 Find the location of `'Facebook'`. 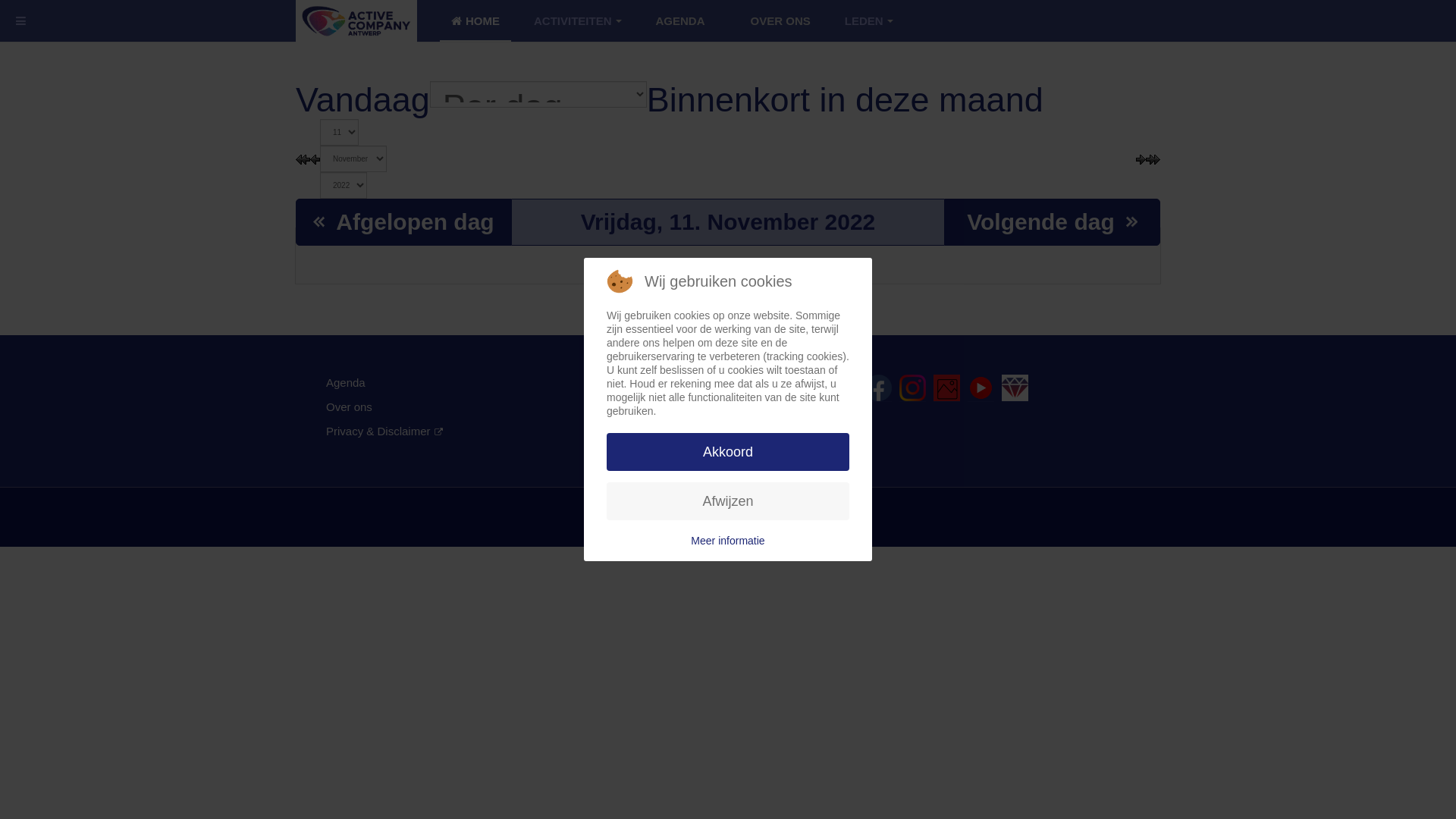

'Facebook' is located at coordinates (878, 387).